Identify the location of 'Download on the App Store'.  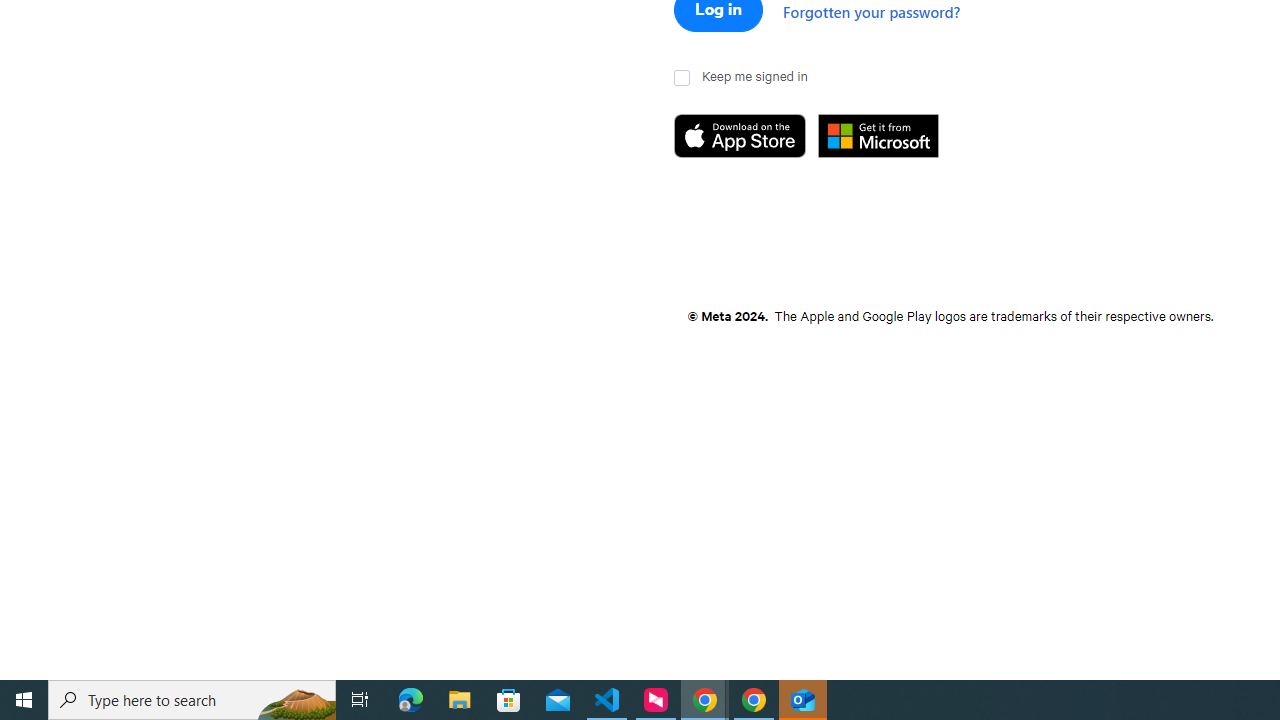
(745, 136).